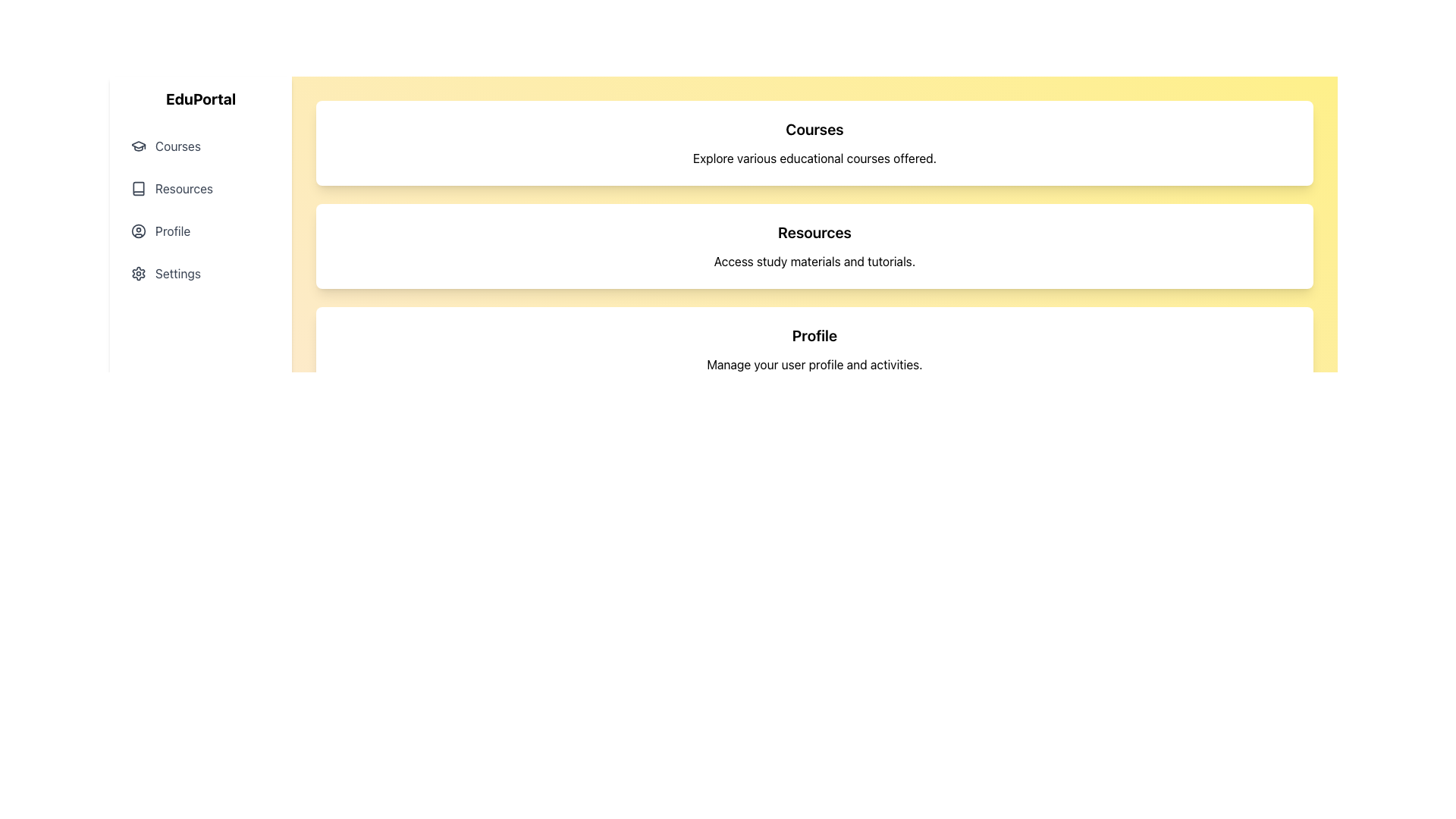 This screenshot has height=819, width=1456. Describe the element at coordinates (814, 365) in the screenshot. I see `the descriptive text element that provides information about the 'Profile' section, located directly below the 'Profile' heading` at that location.